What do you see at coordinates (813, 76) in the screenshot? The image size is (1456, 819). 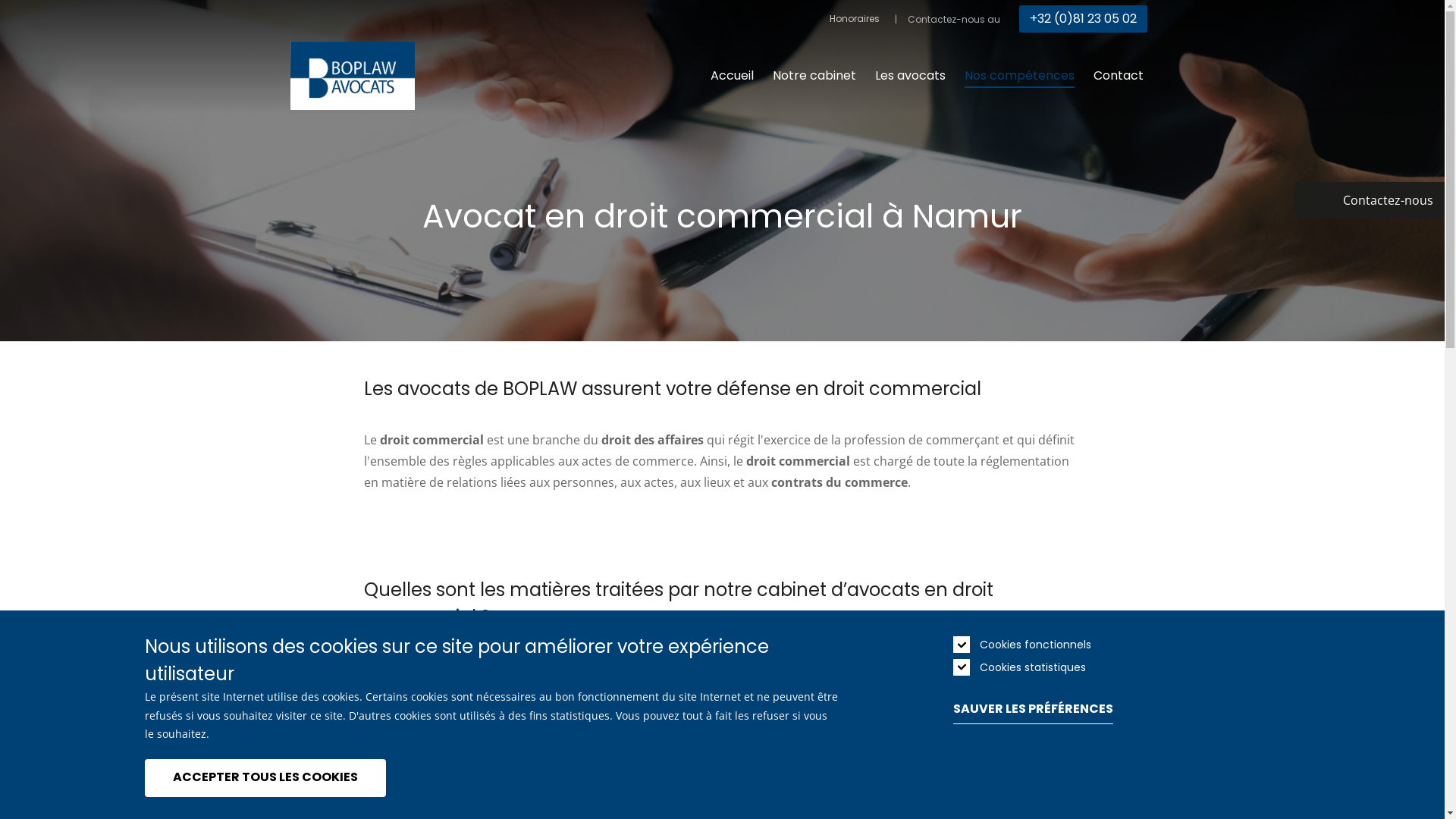 I see `'Notre cabinet'` at bounding box center [813, 76].